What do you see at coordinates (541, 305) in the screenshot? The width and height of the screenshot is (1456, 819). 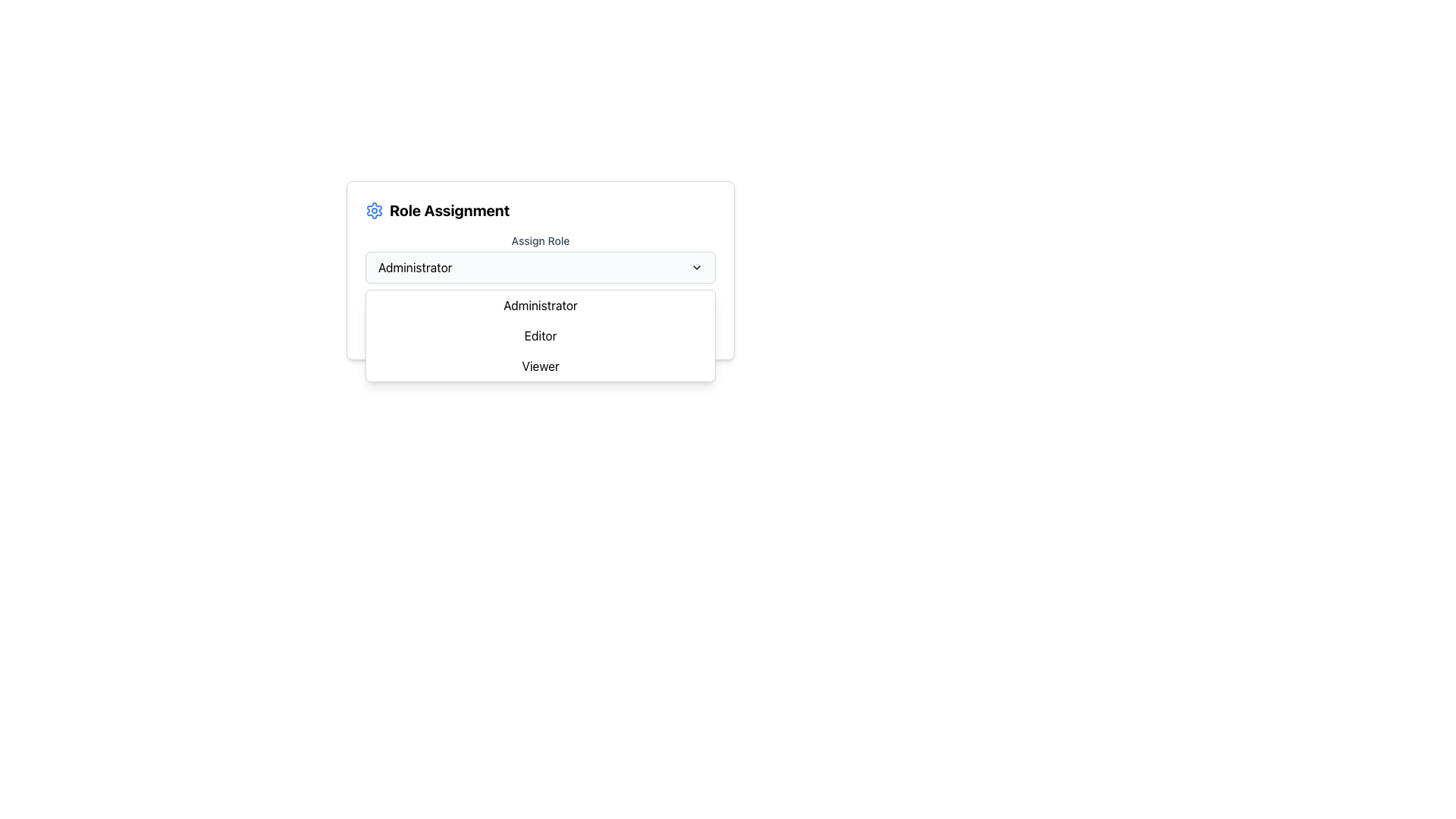 I see `the 'Administrator' option in the dropdown menu located below the 'Assign Role' label in the 'Role Assignment' card` at bounding box center [541, 305].